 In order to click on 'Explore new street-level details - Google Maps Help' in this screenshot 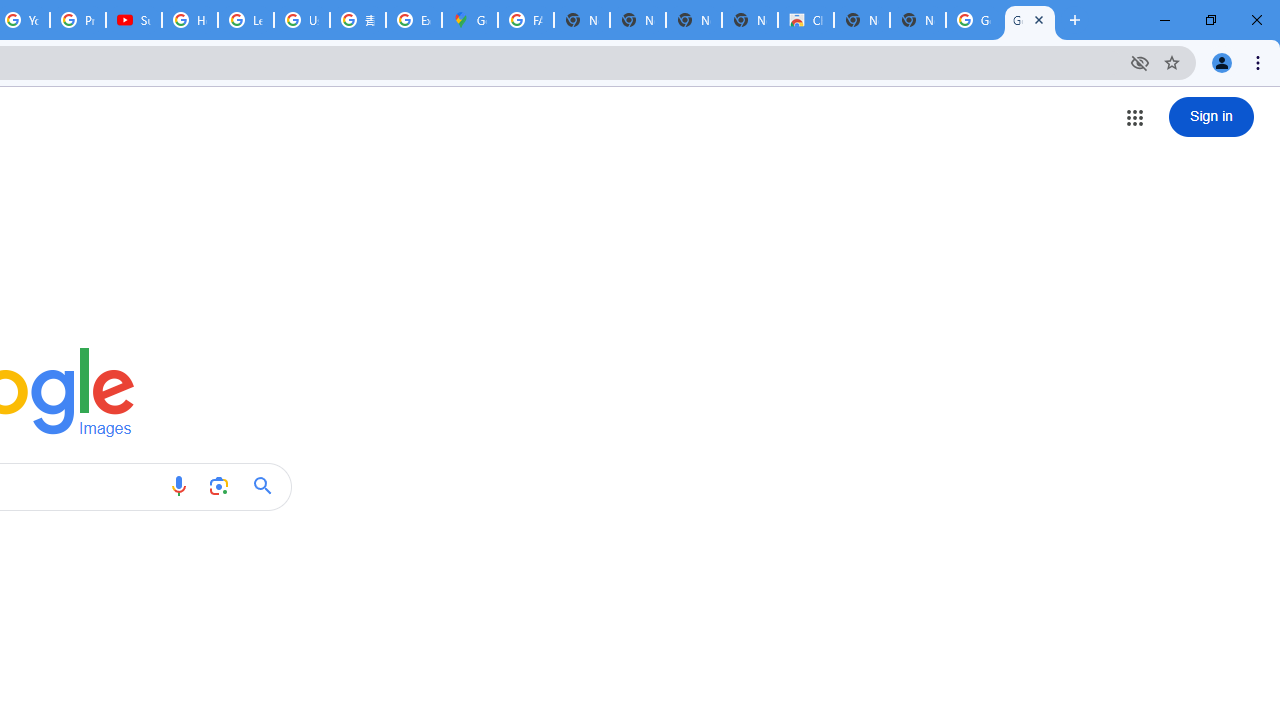, I will do `click(413, 20)`.